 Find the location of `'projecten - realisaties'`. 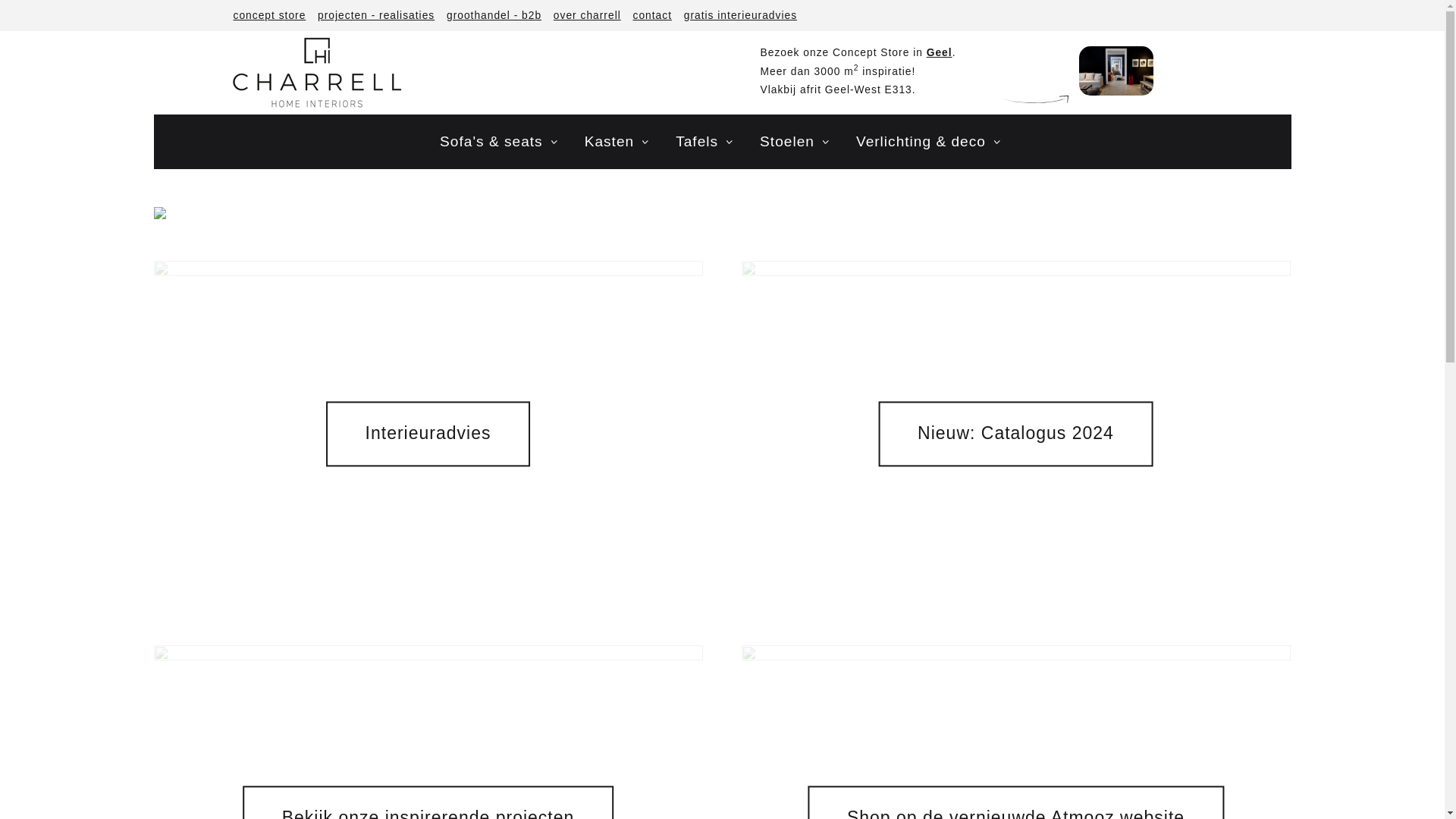

'projecten - realisaties' is located at coordinates (312, 15).